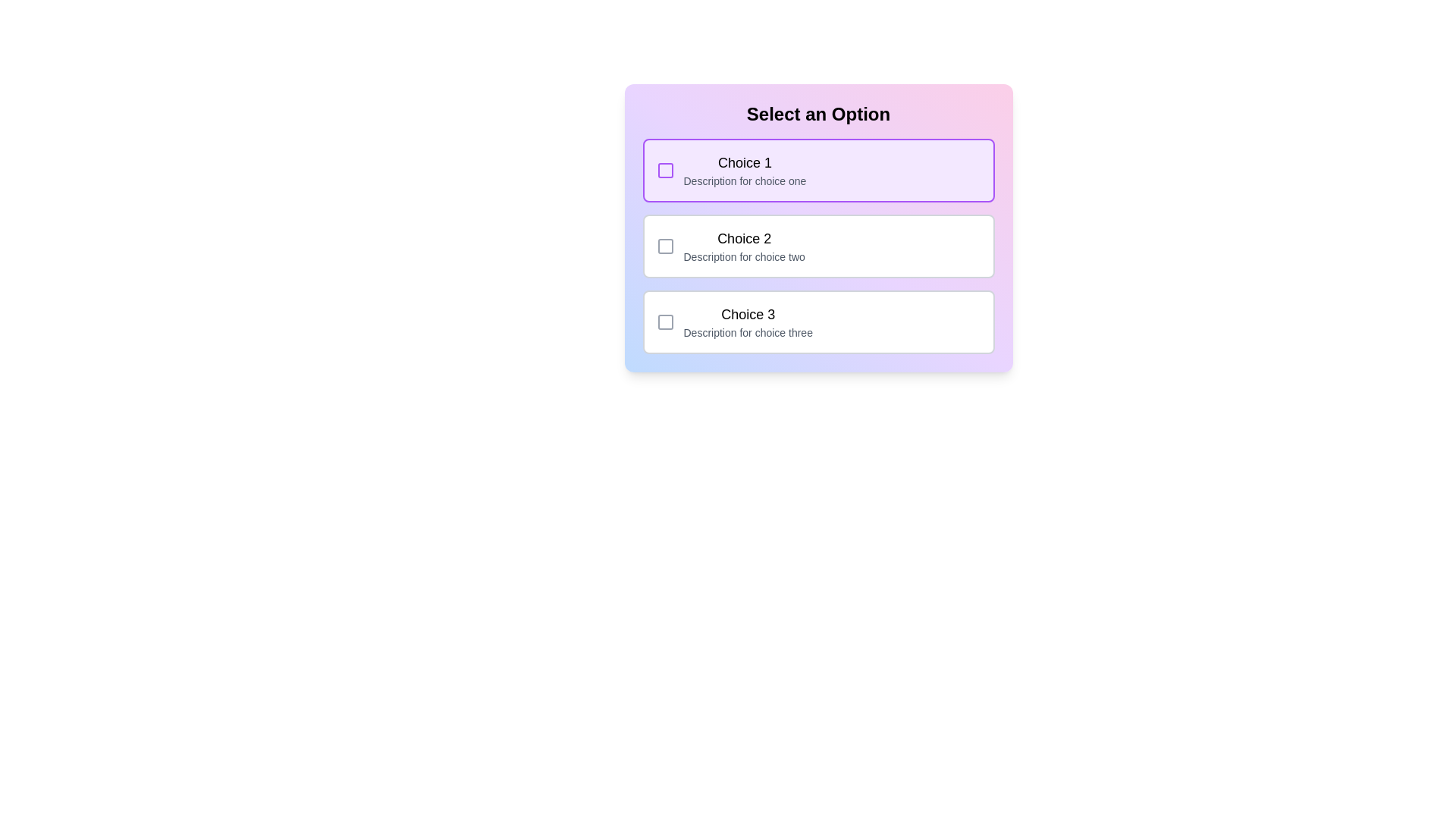 The image size is (1456, 819). Describe the element at coordinates (665, 170) in the screenshot. I see `the checkbox for 'Choice 1'` at that location.